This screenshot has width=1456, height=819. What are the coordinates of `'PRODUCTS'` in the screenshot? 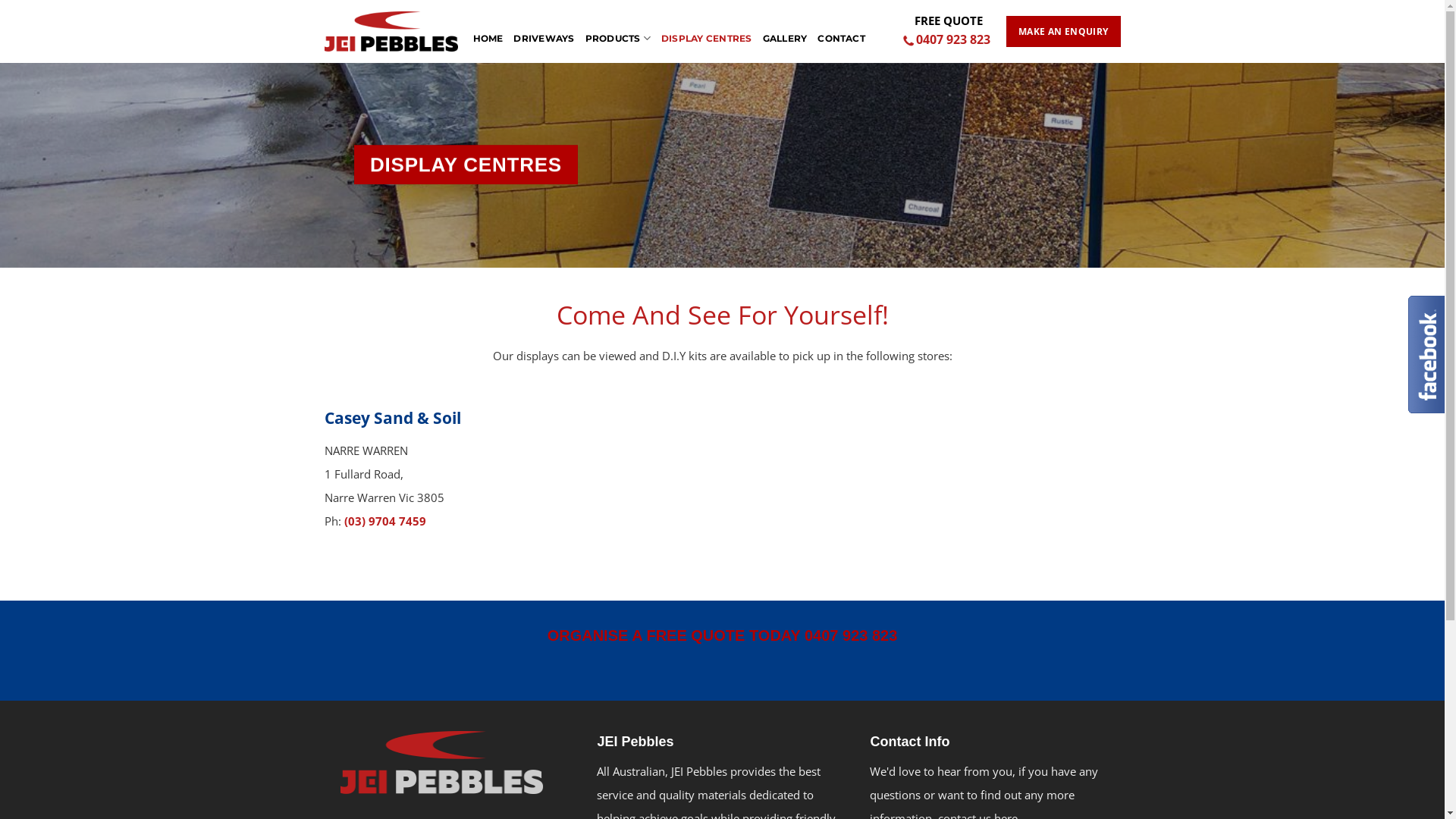 It's located at (618, 30).